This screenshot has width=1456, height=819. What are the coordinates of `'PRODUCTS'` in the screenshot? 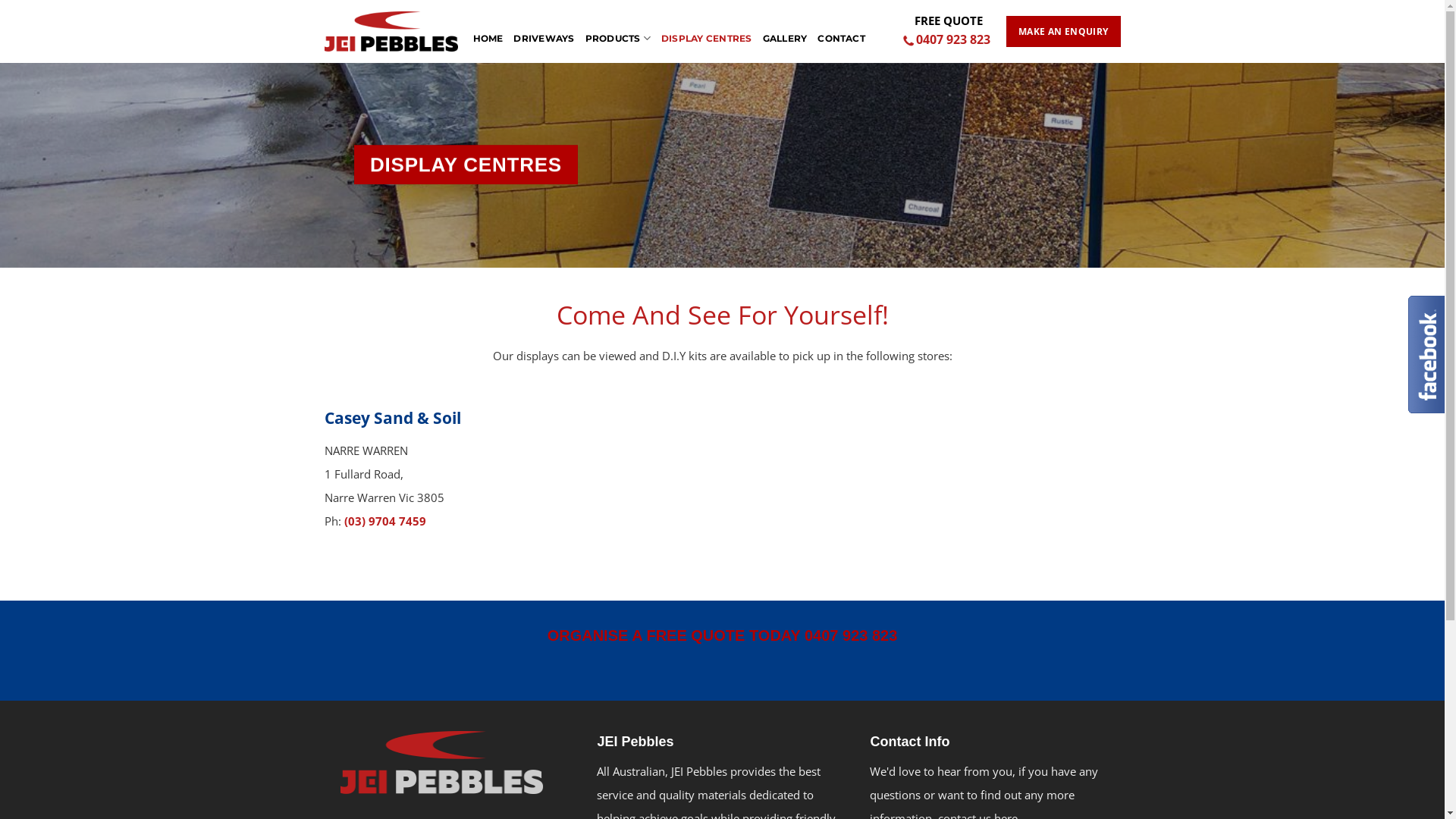 It's located at (618, 30).